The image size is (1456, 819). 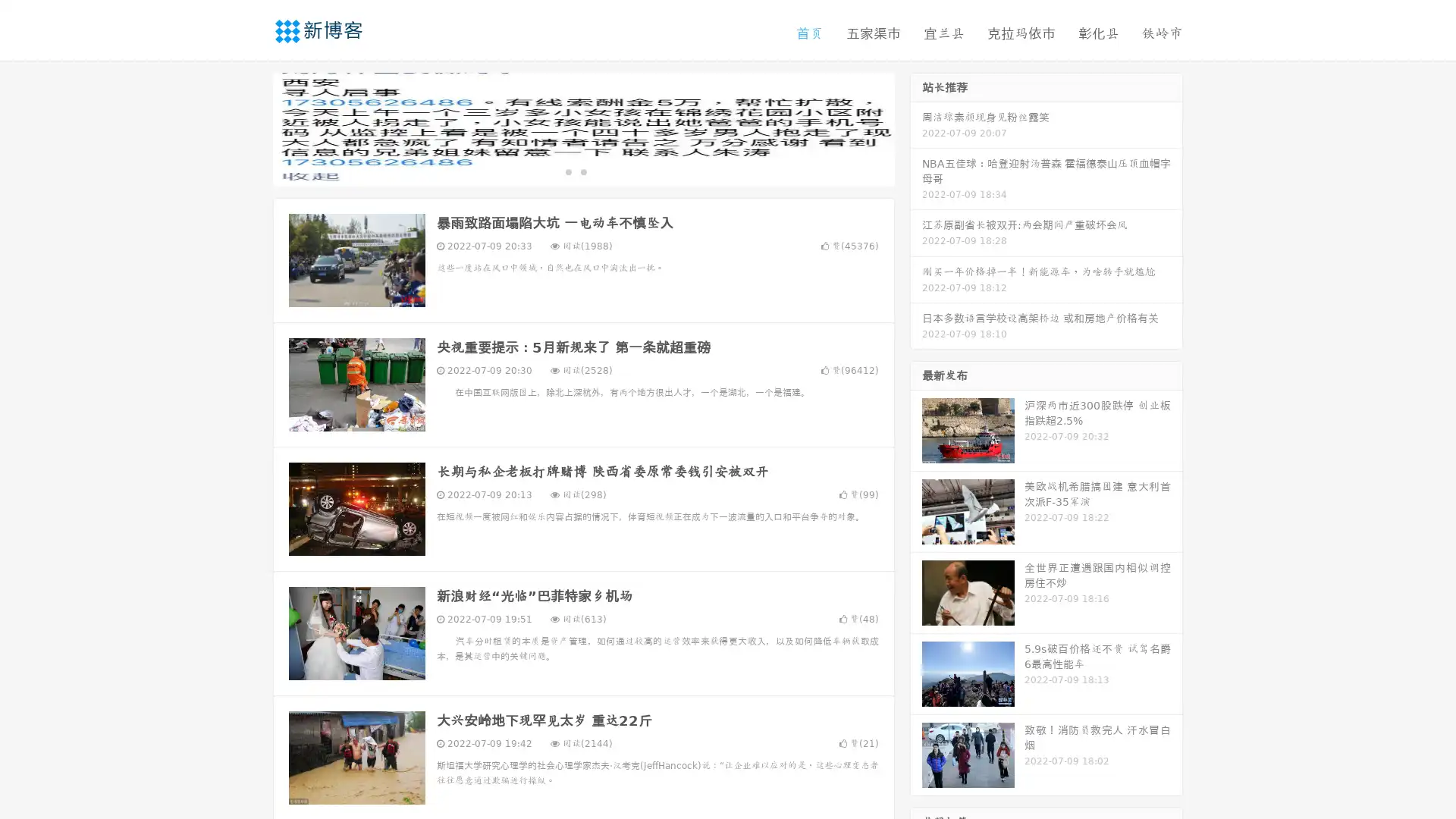 What do you see at coordinates (567, 171) in the screenshot?
I see `Go to slide 1` at bounding box center [567, 171].